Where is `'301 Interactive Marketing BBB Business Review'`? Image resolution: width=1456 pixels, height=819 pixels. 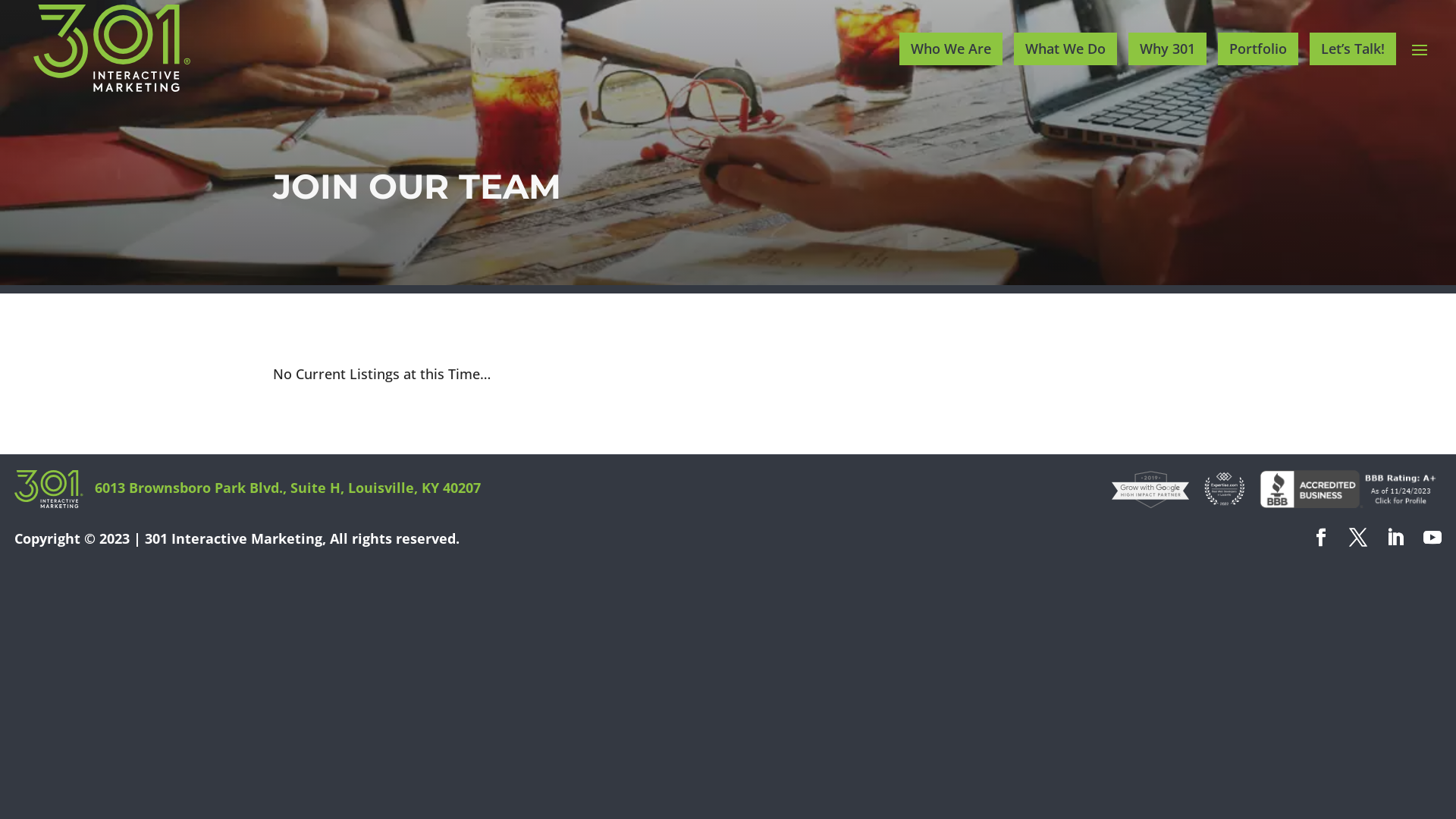 '301 Interactive Marketing BBB Business Review' is located at coordinates (1347, 503).